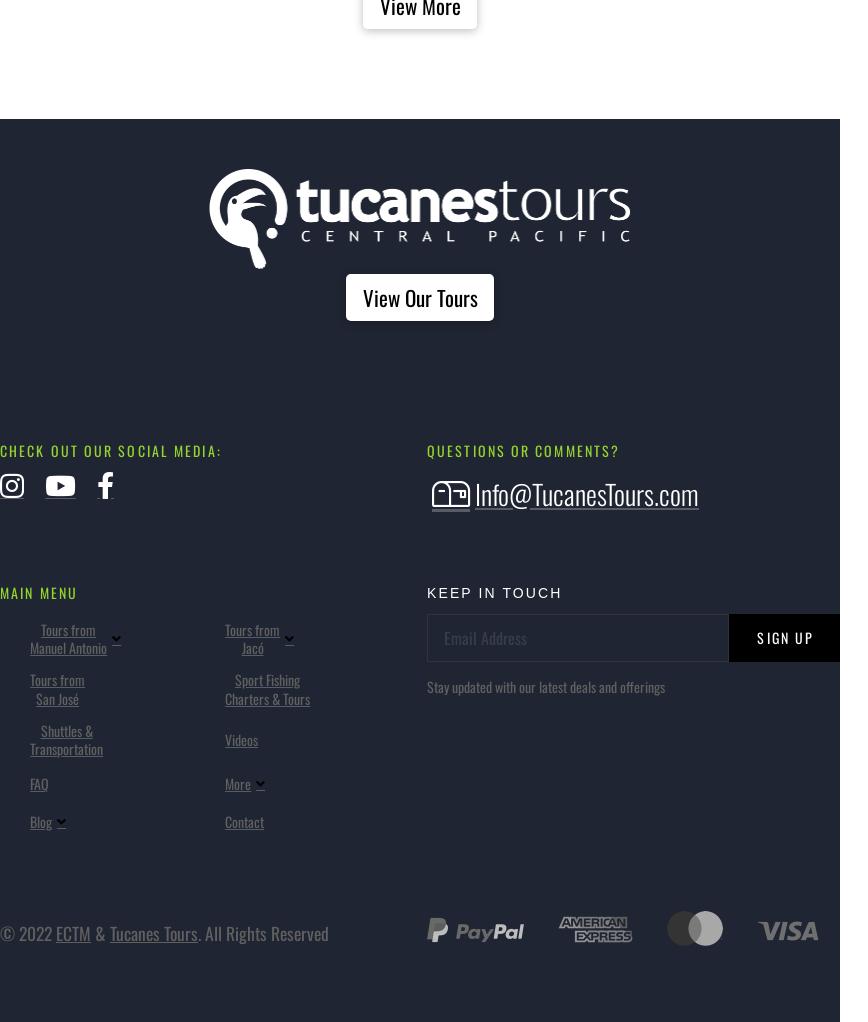 The height and width of the screenshot is (1022, 868). What do you see at coordinates (327, 420) in the screenshot?
I see `'Horseback Riding Jaco'` at bounding box center [327, 420].